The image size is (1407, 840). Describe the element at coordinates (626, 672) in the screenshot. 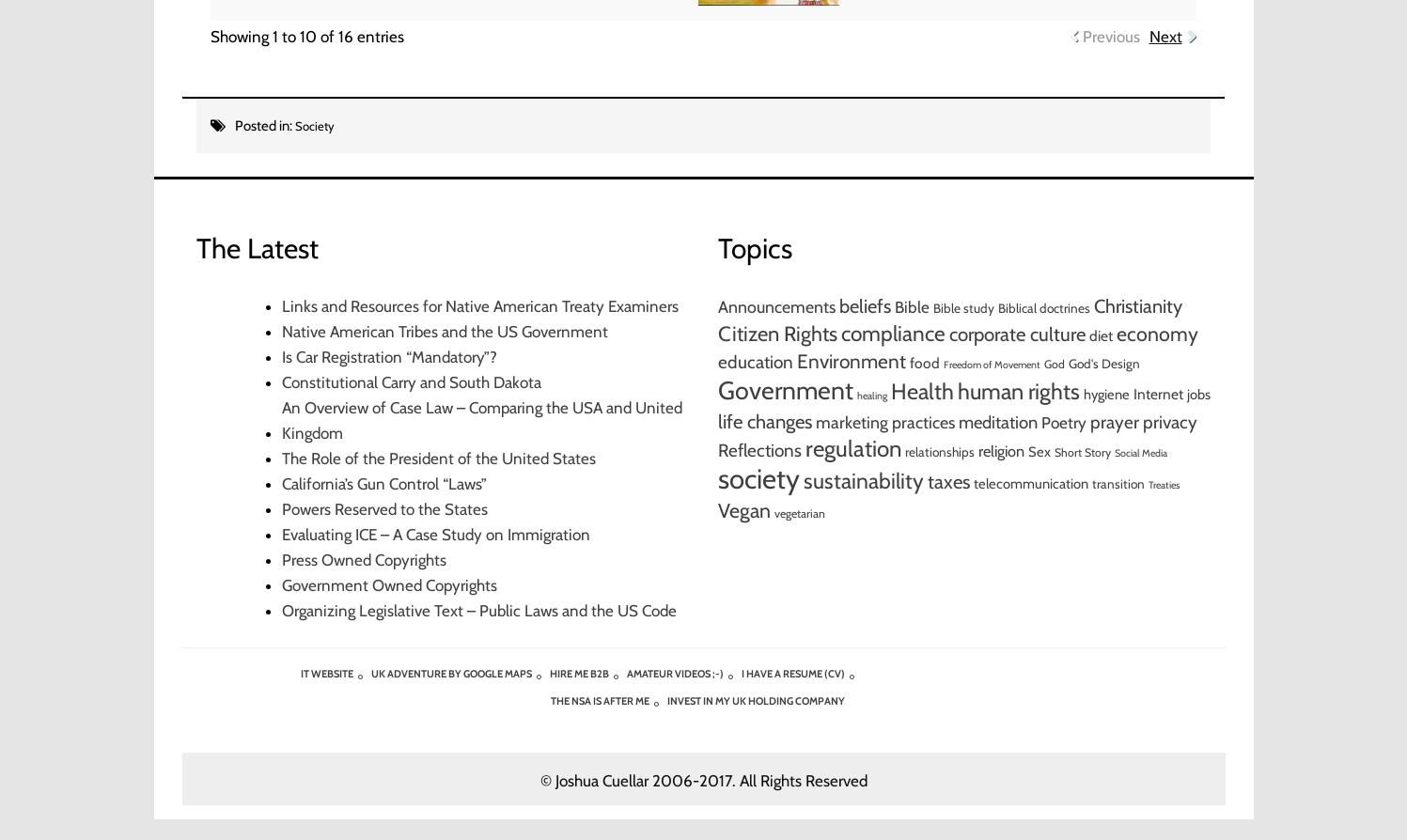

I see `'Amateur Videos ;-)'` at that location.